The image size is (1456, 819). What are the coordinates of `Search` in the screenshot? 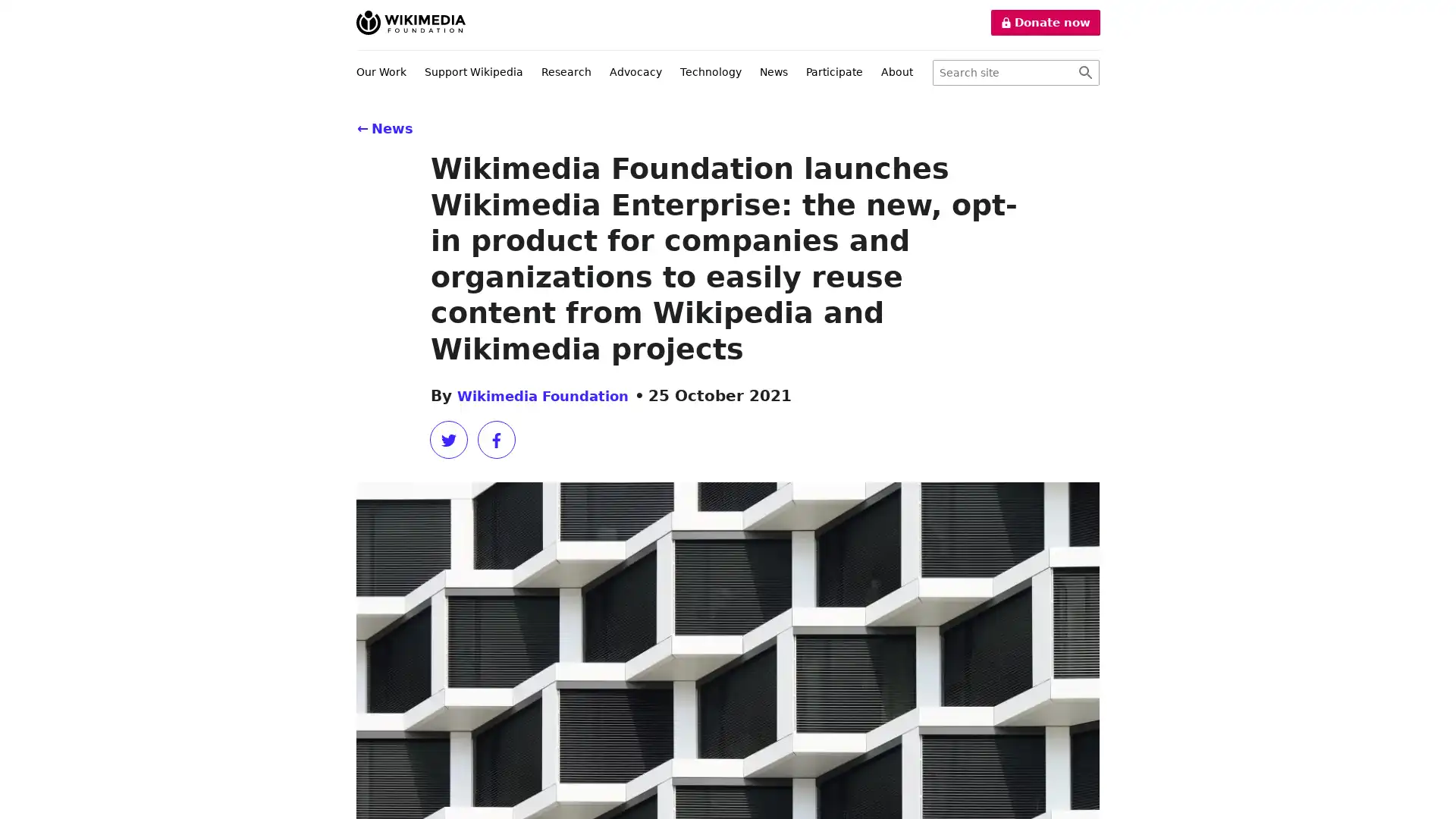 It's located at (1084, 73).